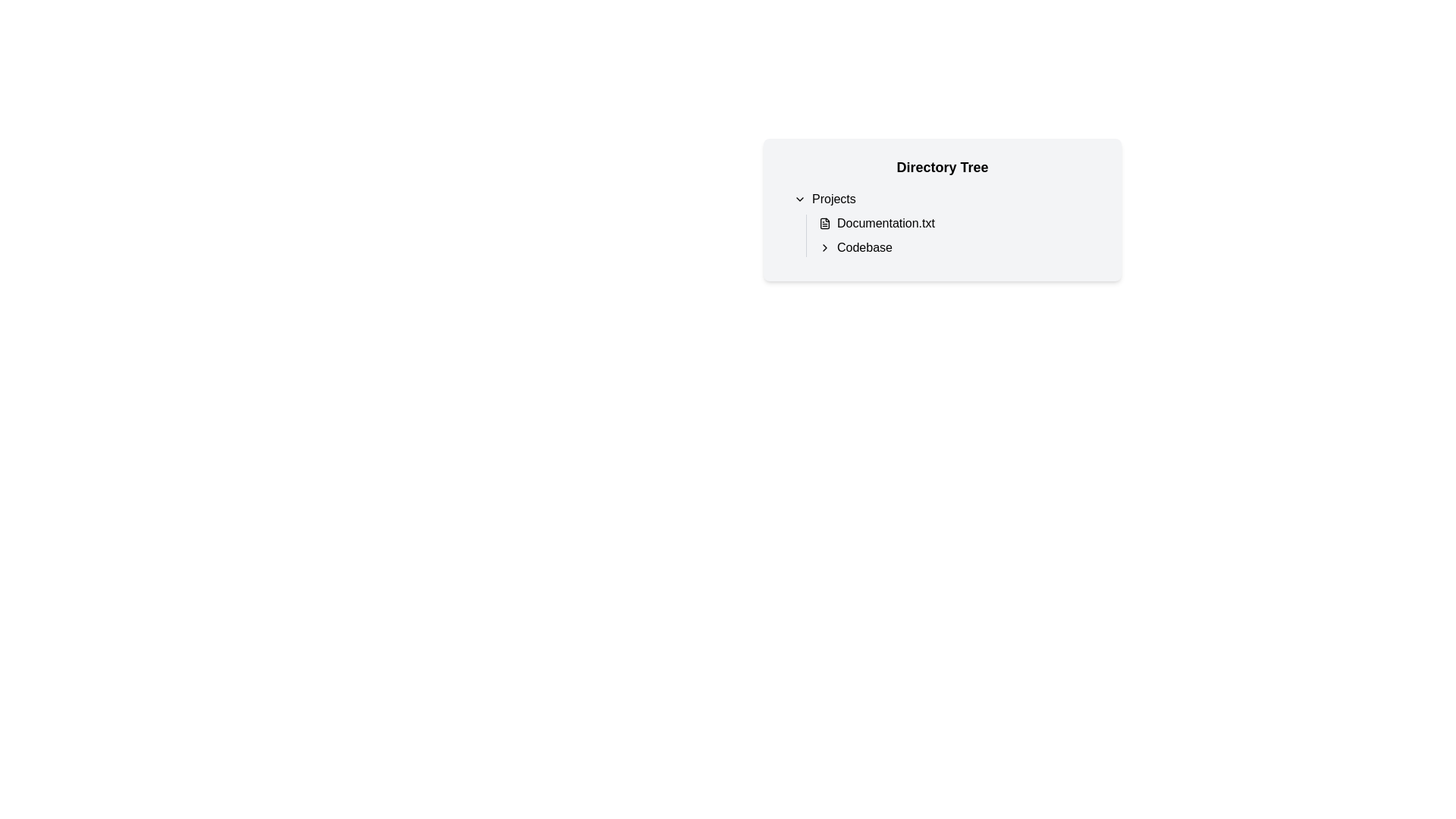 The height and width of the screenshot is (819, 1456). What do you see at coordinates (799, 198) in the screenshot?
I see `the 'Projects' section icon, which indicates that the section is currently expanded and can be collapsed` at bounding box center [799, 198].